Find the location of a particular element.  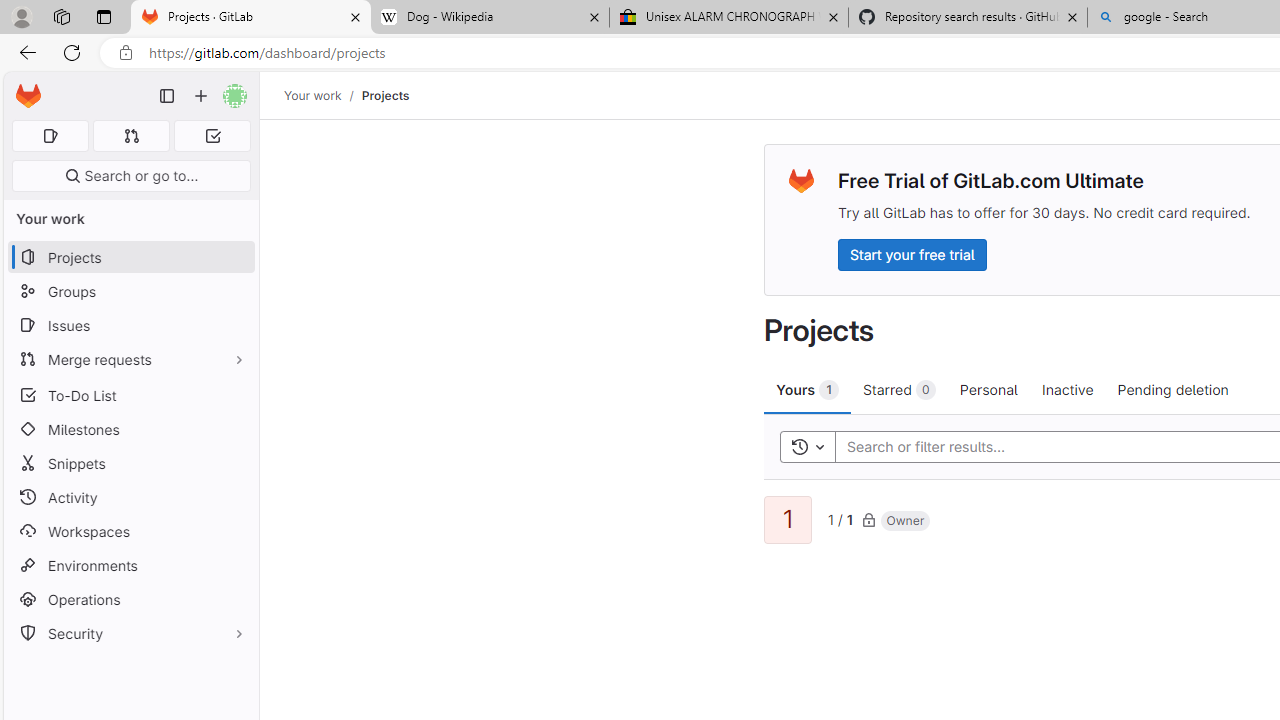

'Your work/' is located at coordinates (323, 95).